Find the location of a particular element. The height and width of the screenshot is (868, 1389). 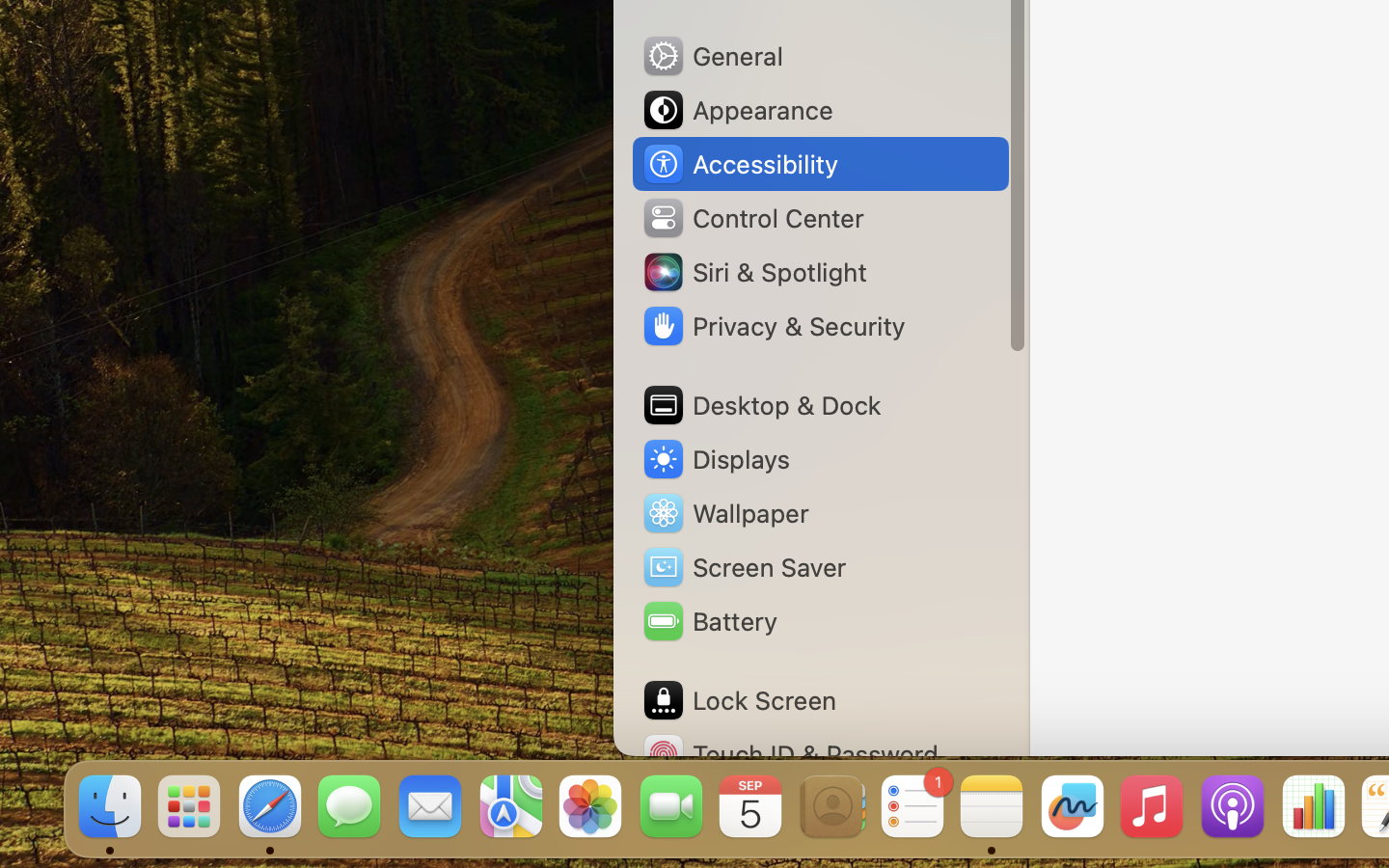

'Displays' is located at coordinates (715, 458).